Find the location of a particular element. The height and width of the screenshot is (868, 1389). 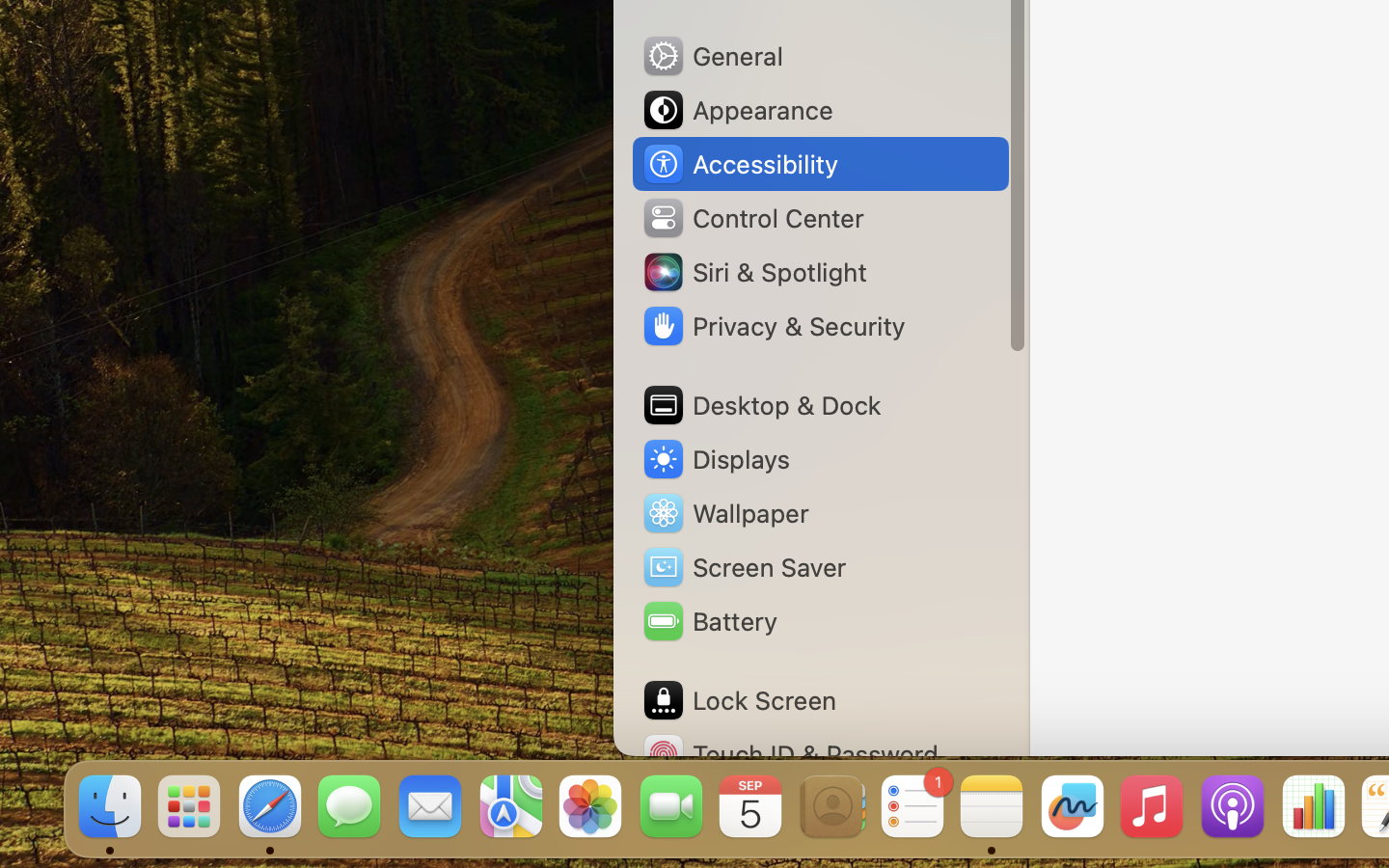

'Displays' is located at coordinates (715, 458).